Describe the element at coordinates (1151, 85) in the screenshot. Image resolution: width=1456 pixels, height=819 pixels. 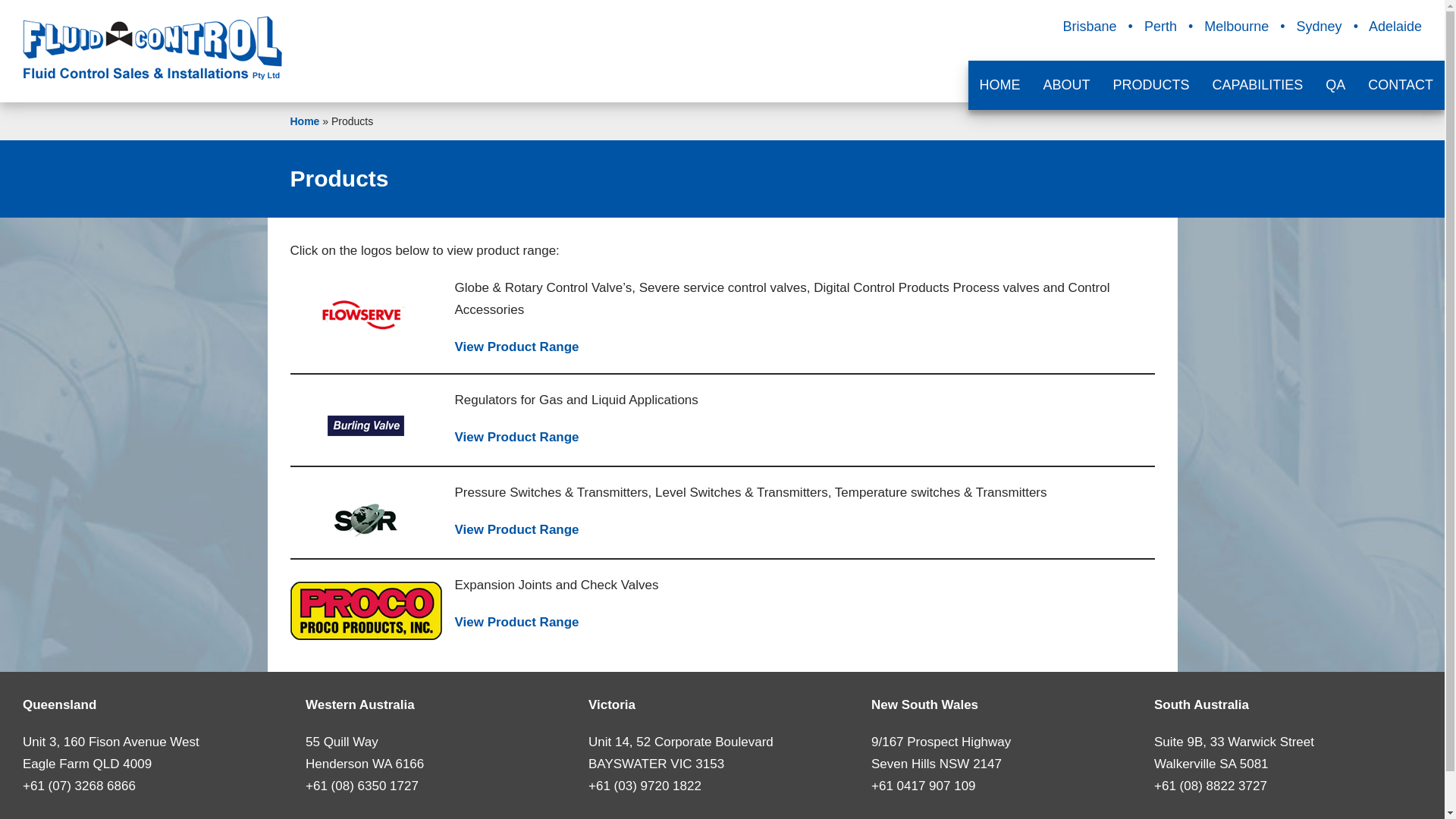
I see `'PRODUCTS'` at that location.